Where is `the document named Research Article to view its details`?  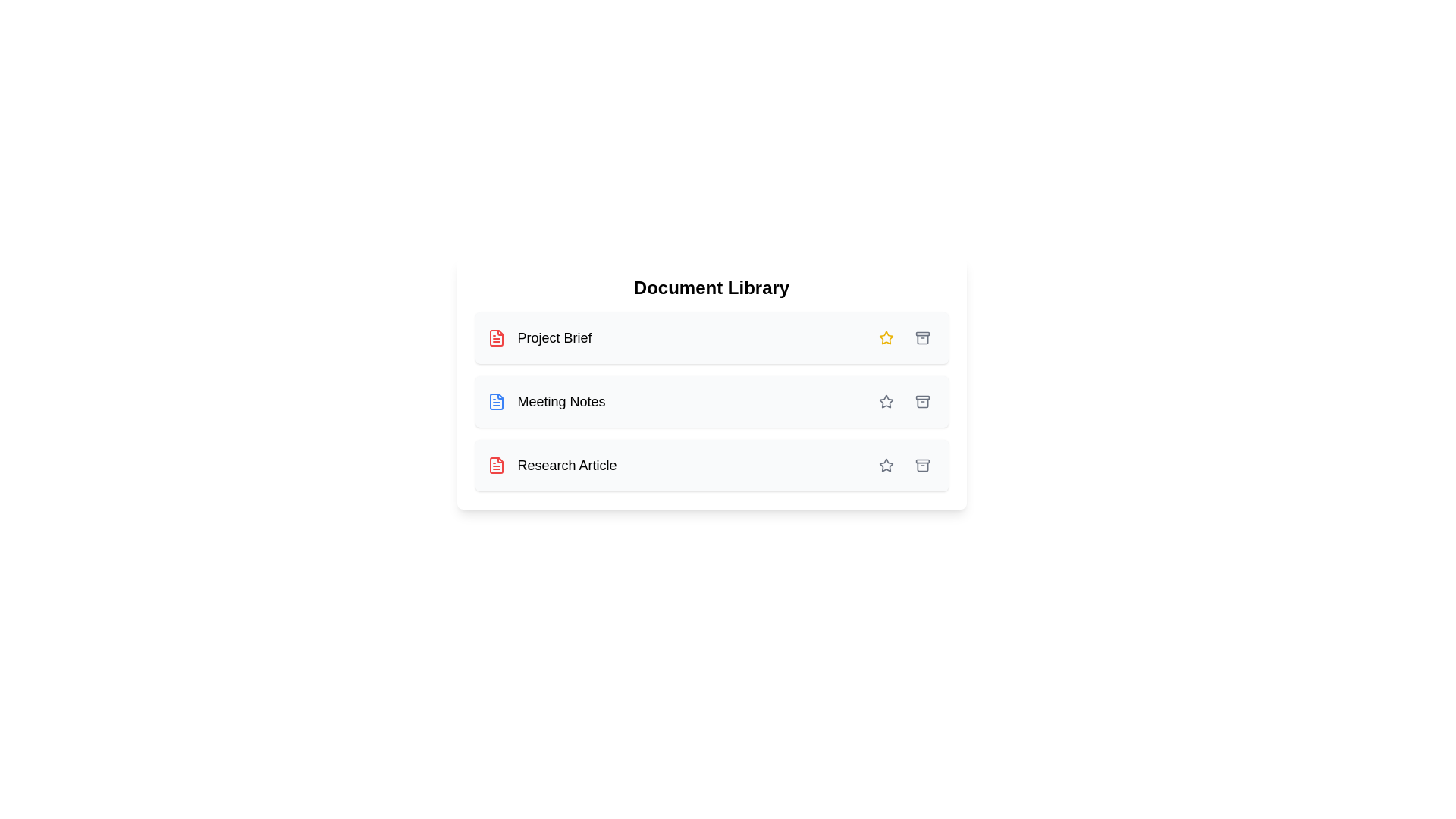
the document named Research Article to view its details is located at coordinates (551, 464).